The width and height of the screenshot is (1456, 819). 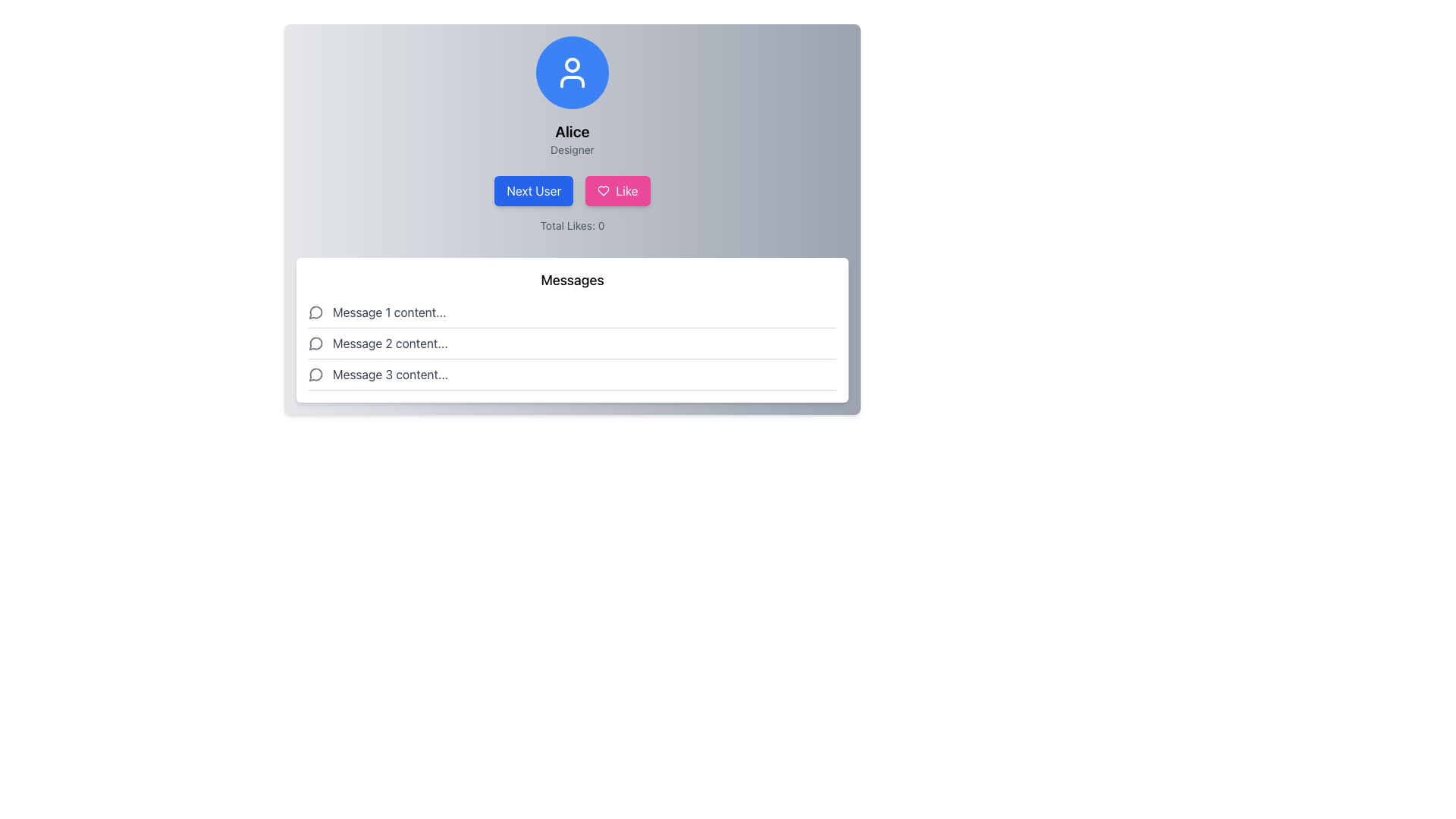 I want to click on text content of the label displaying 'Alice', which is a large, bold text label located centrally in the profile card layout, positioned above the smaller label 'Designer', so click(x=571, y=130).